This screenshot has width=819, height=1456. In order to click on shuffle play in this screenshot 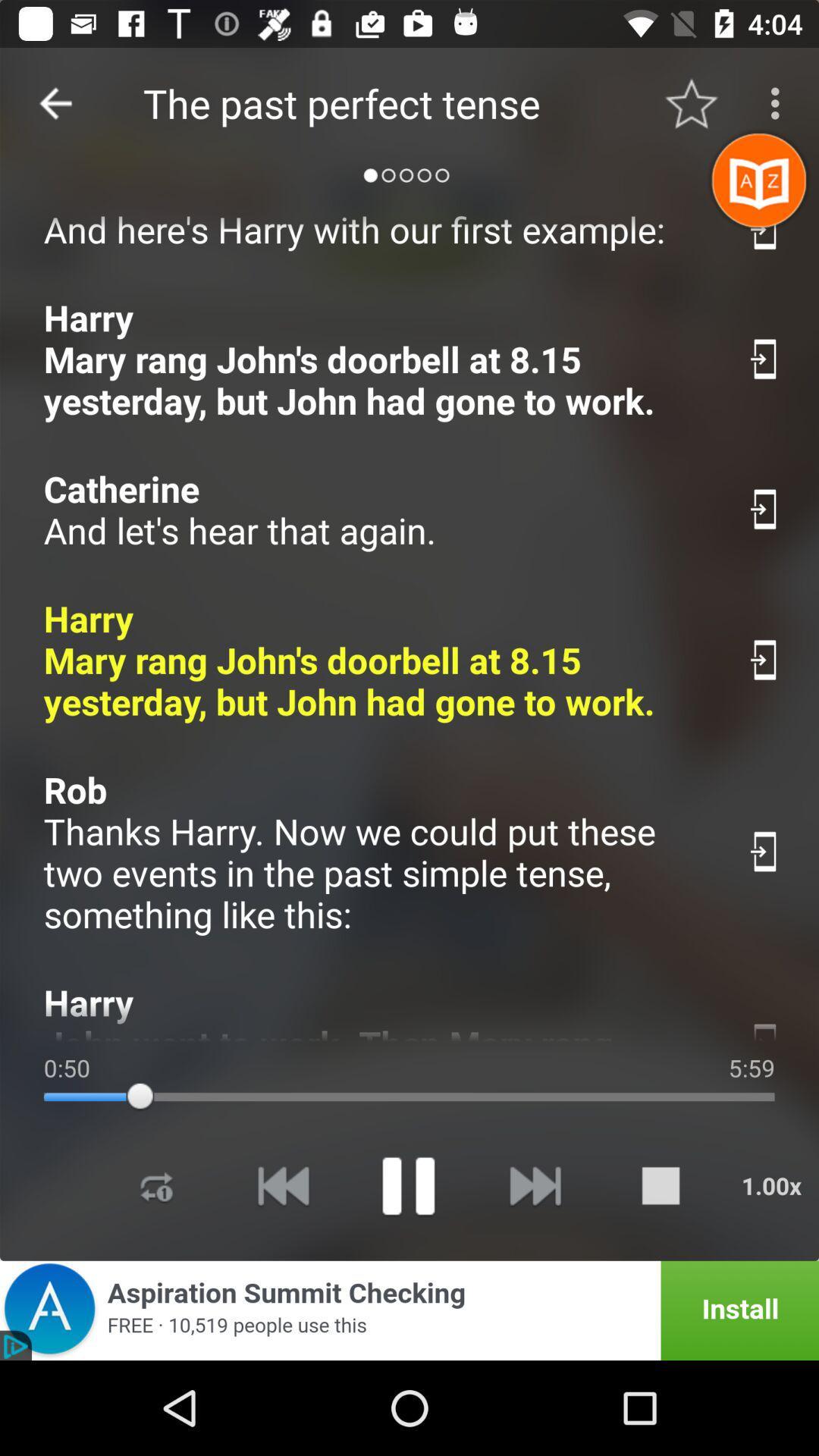, I will do `click(157, 1185)`.